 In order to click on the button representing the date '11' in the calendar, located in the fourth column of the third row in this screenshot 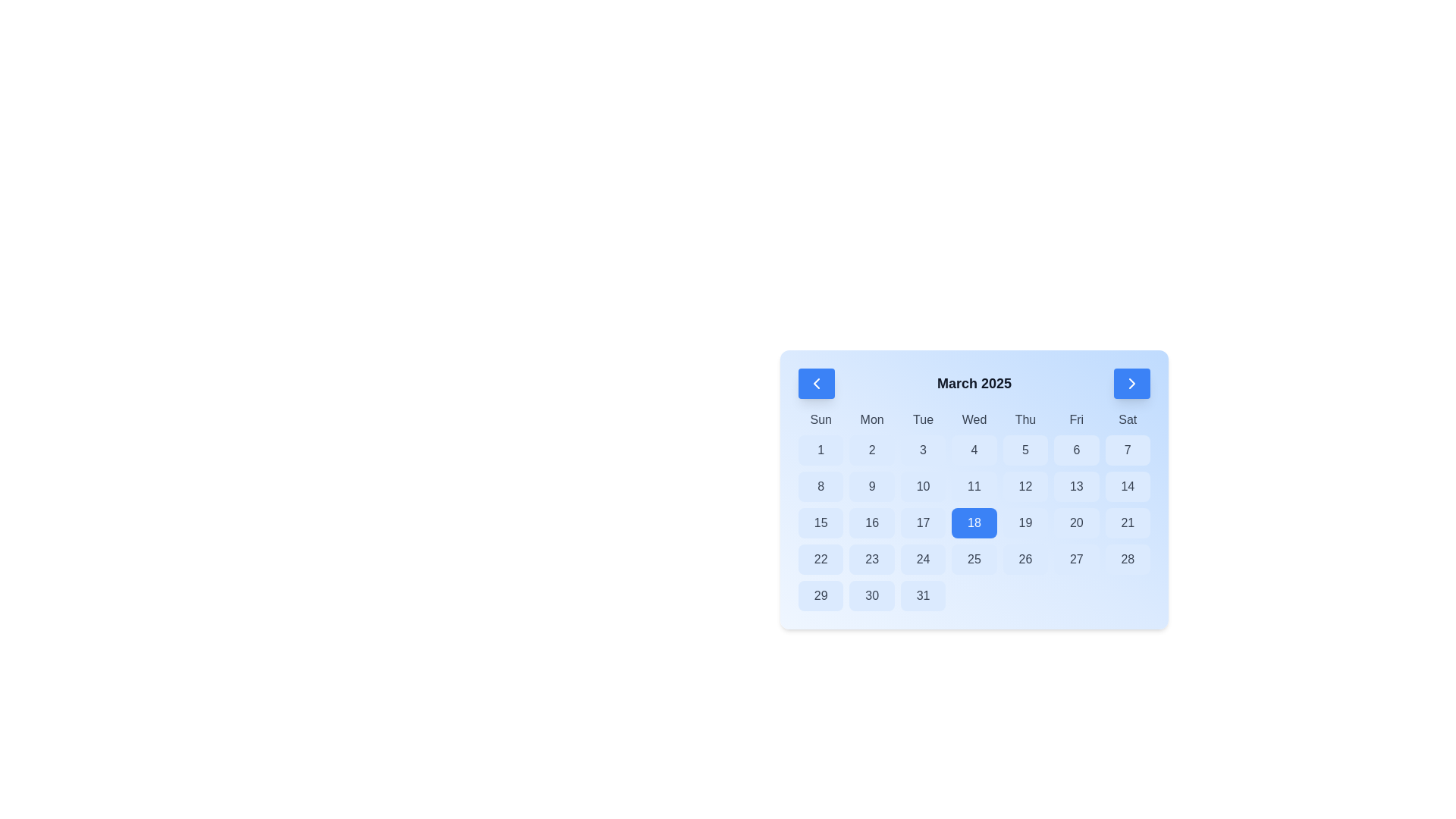, I will do `click(974, 486)`.